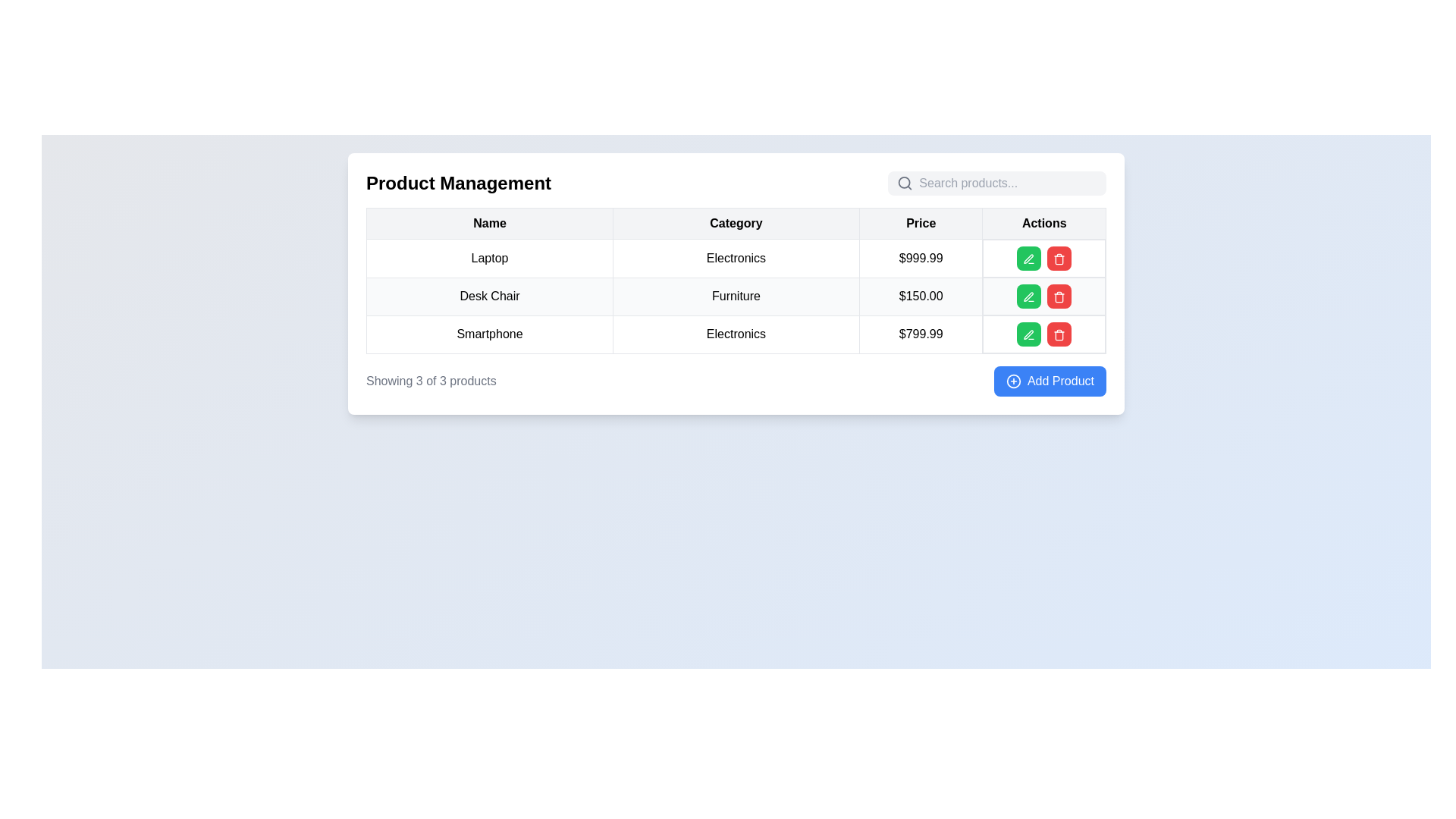 This screenshot has height=819, width=1456. I want to click on the fourth column header of the table, which is located in the upper-right corner and signifies the purpose of the column containing actionable items, so click(1043, 223).